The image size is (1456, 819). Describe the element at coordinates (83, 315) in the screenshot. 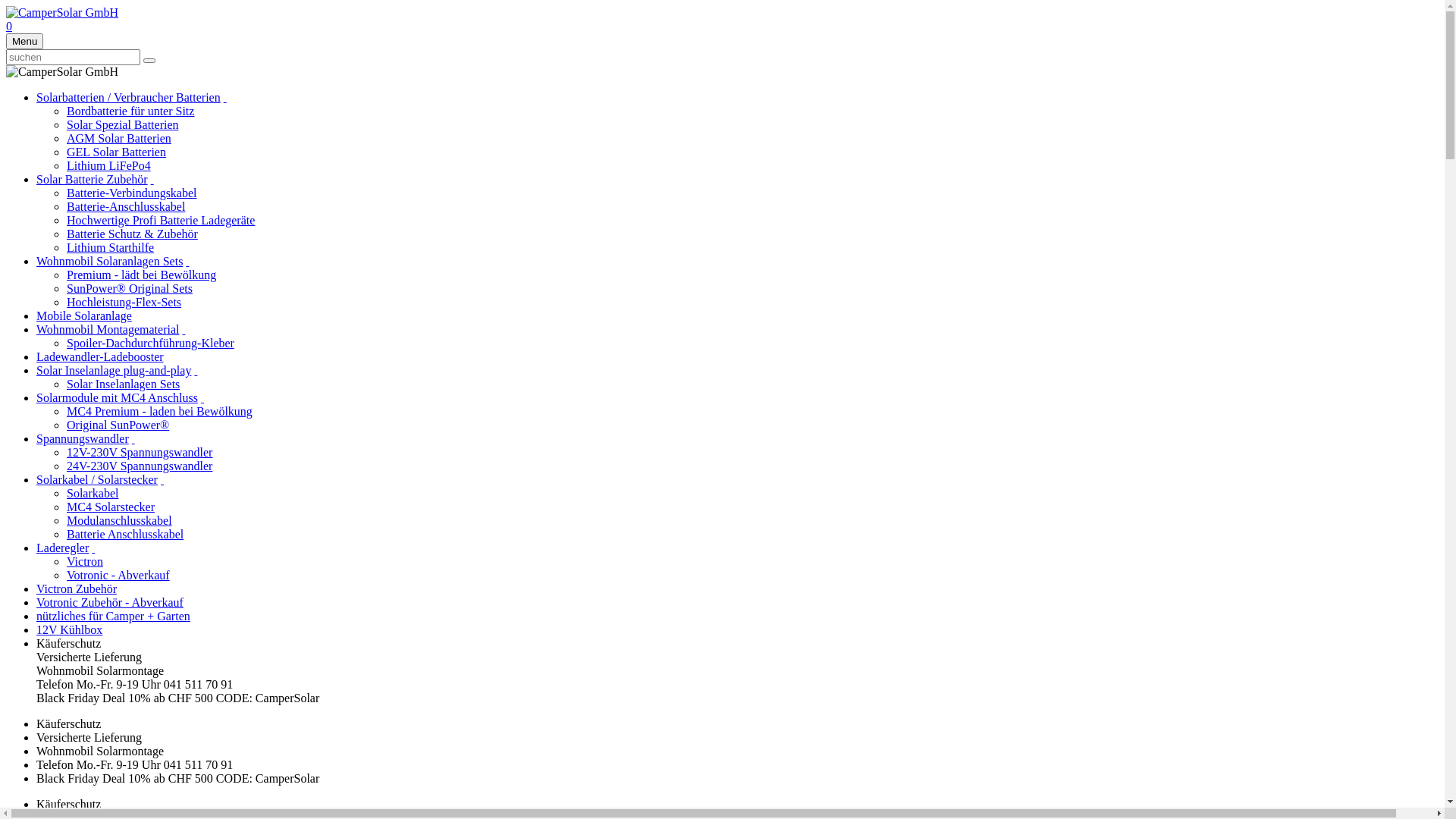

I see `'Mobile Solaranlage'` at that location.